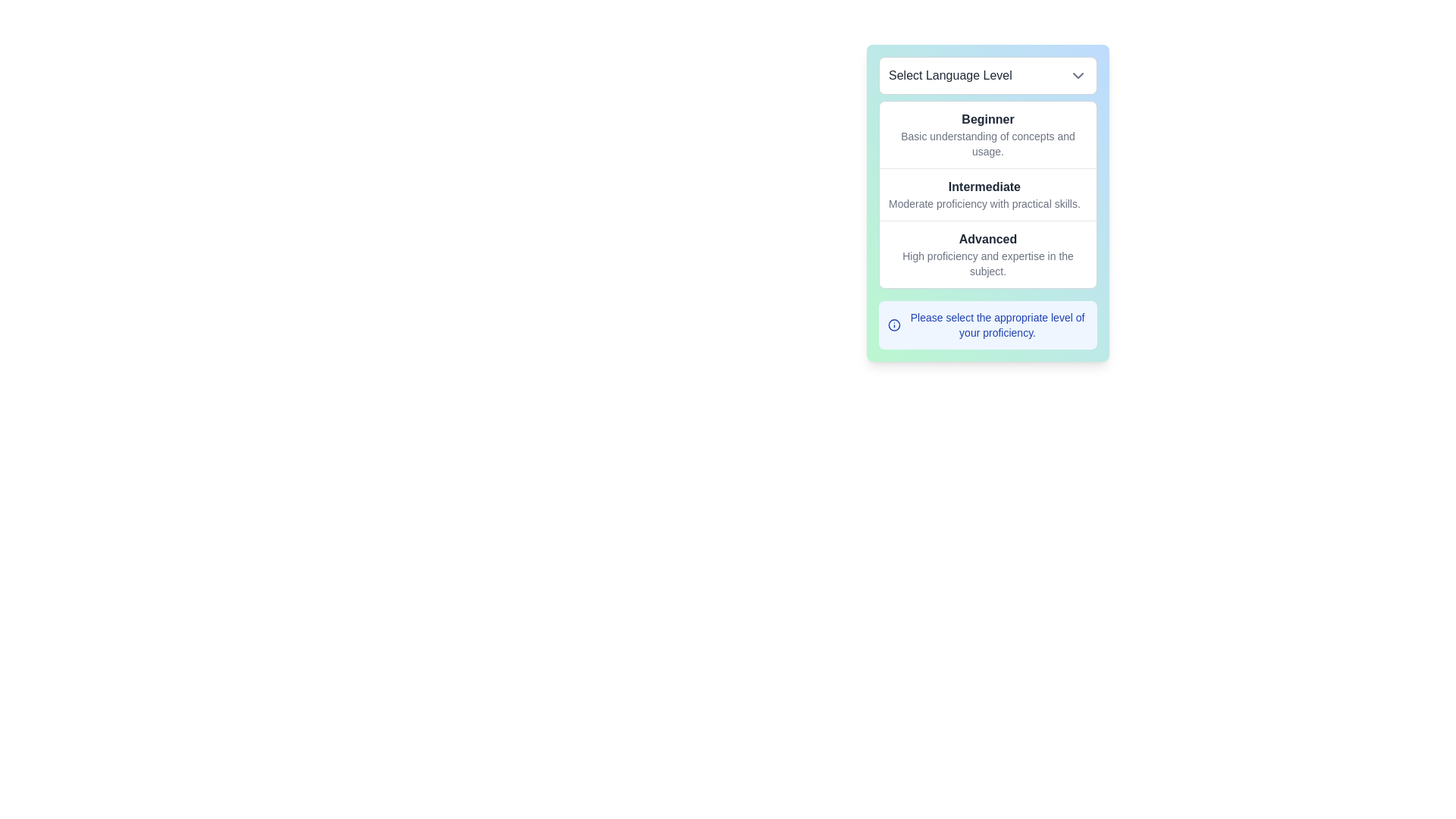 Image resolution: width=1456 pixels, height=819 pixels. I want to click on informational message box with a light blue background and blue font that prompts 'Please select the appropriate level of your proficiency.', so click(987, 324).